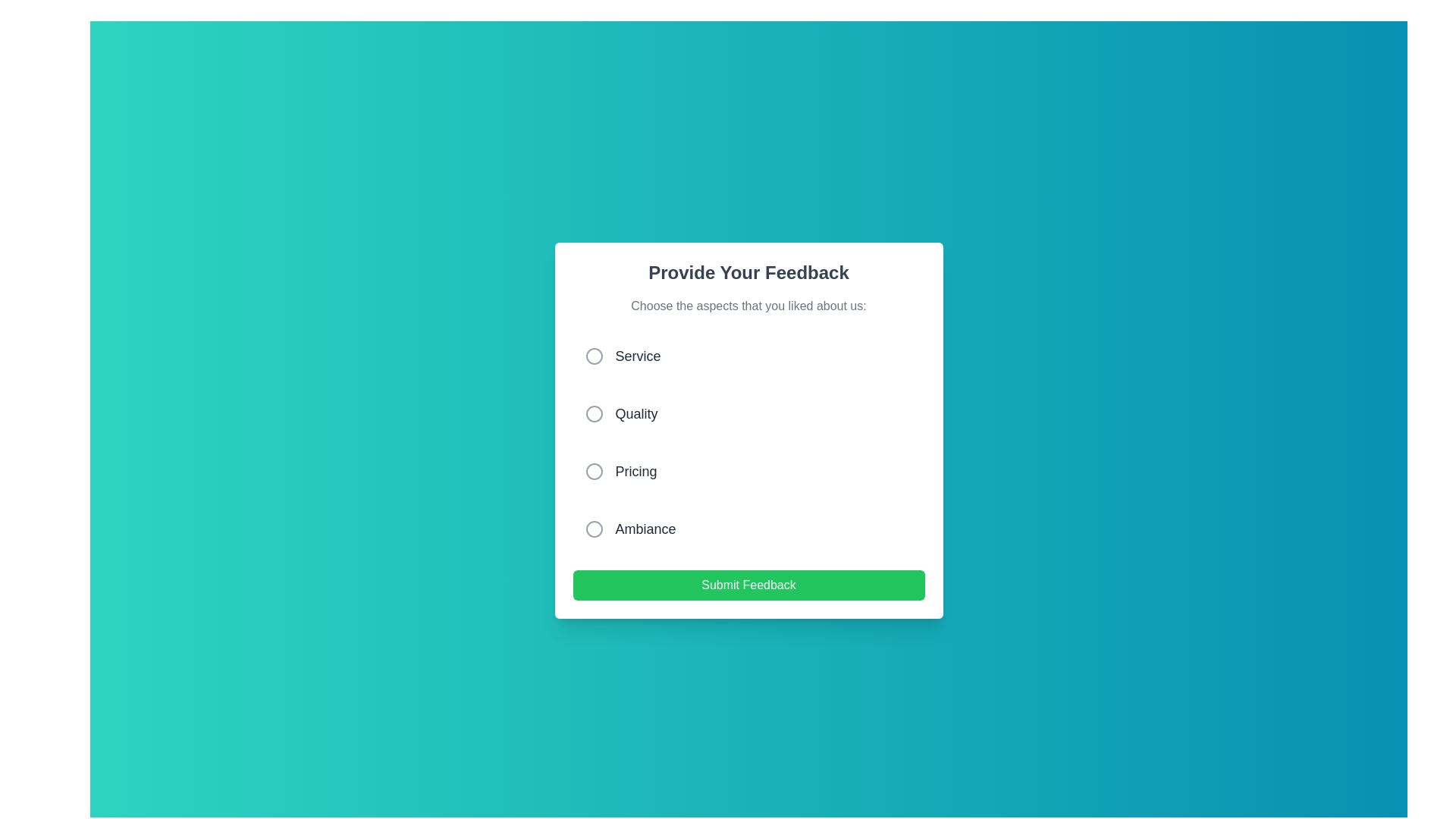 This screenshot has width=1456, height=819. Describe the element at coordinates (748, 470) in the screenshot. I see `the aspect row corresponding to Pricing` at that location.